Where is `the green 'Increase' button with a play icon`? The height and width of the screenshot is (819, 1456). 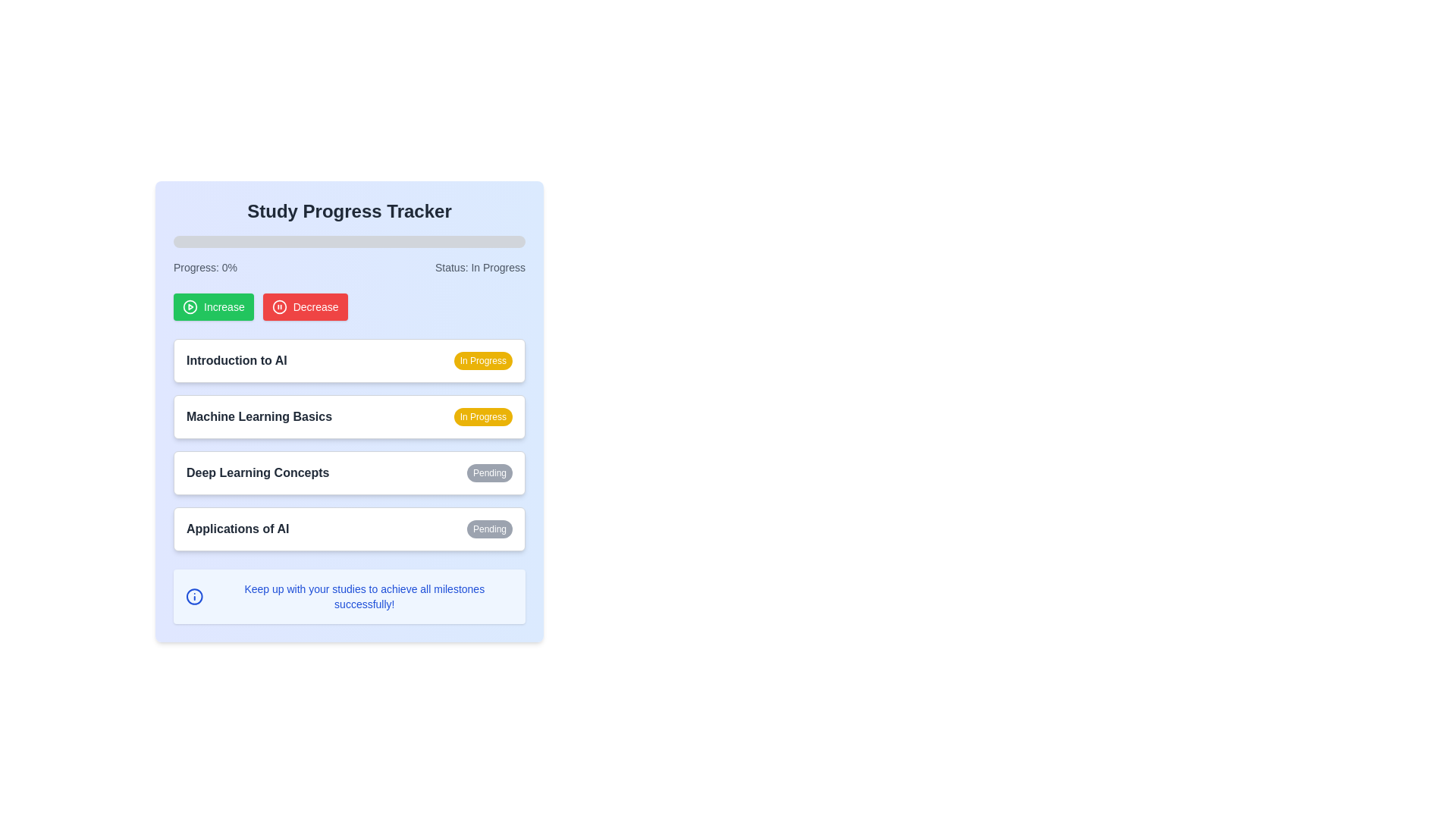 the green 'Increase' button with a play icon is located at coordinates (212, 307).